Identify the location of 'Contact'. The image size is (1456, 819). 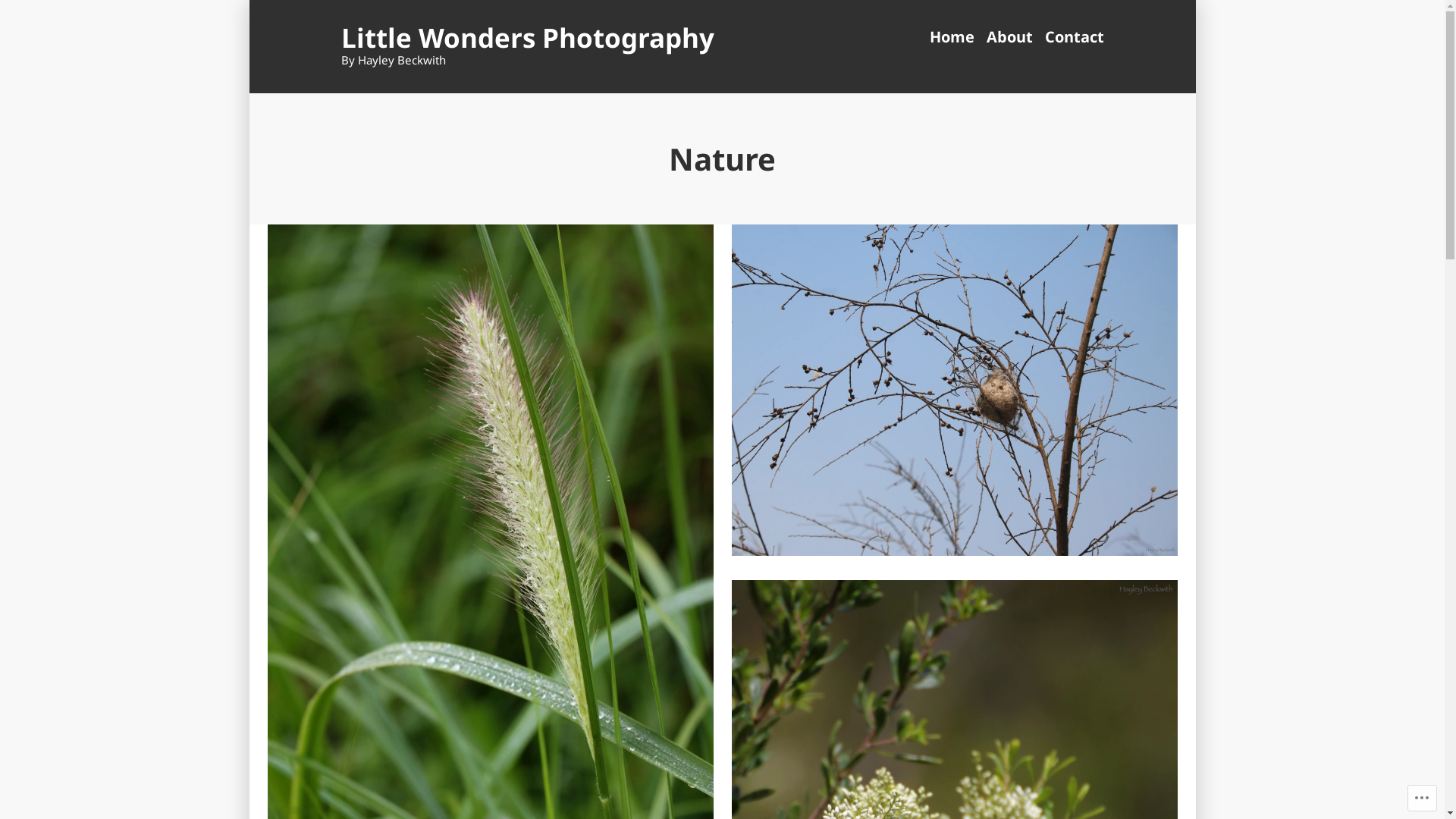
(1070, 36).